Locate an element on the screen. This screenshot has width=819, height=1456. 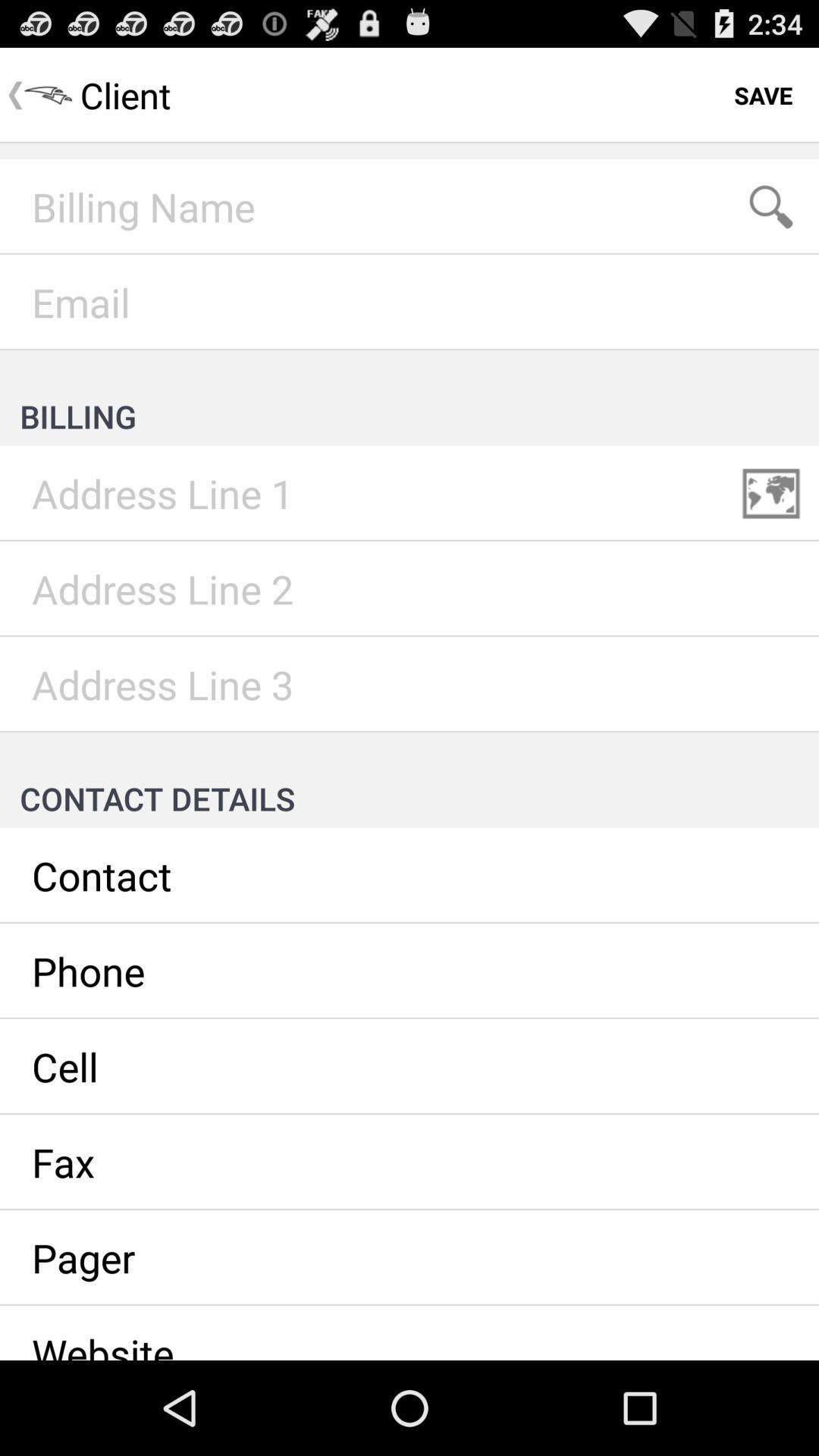
the search icon is located at coordinates (771, 221).